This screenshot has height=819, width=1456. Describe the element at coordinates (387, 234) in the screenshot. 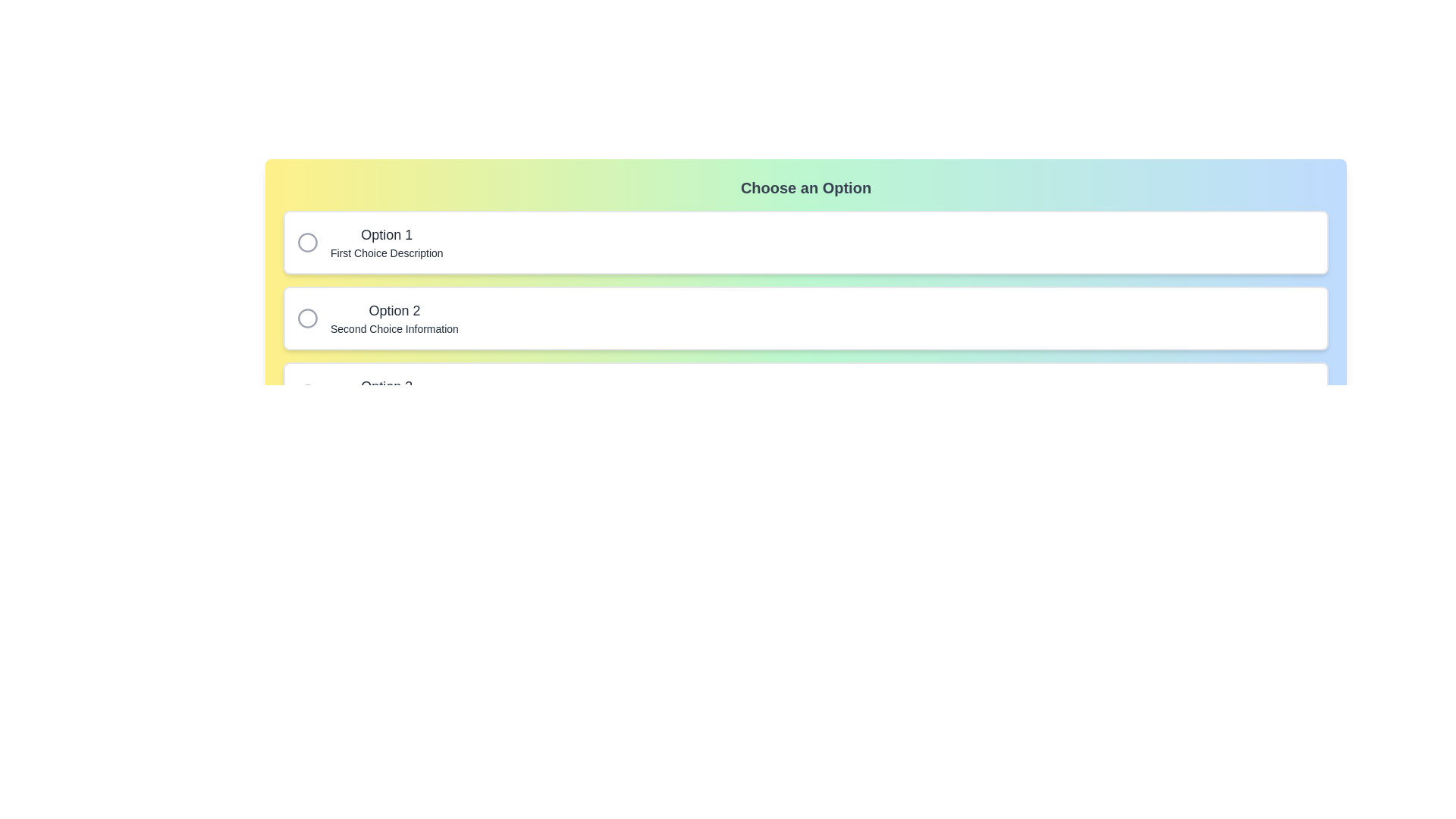

I see `the text label for 'Option 1' that serves as a title for the first selectable choice in the list, positioned above 'First Choice Description'` at that location.